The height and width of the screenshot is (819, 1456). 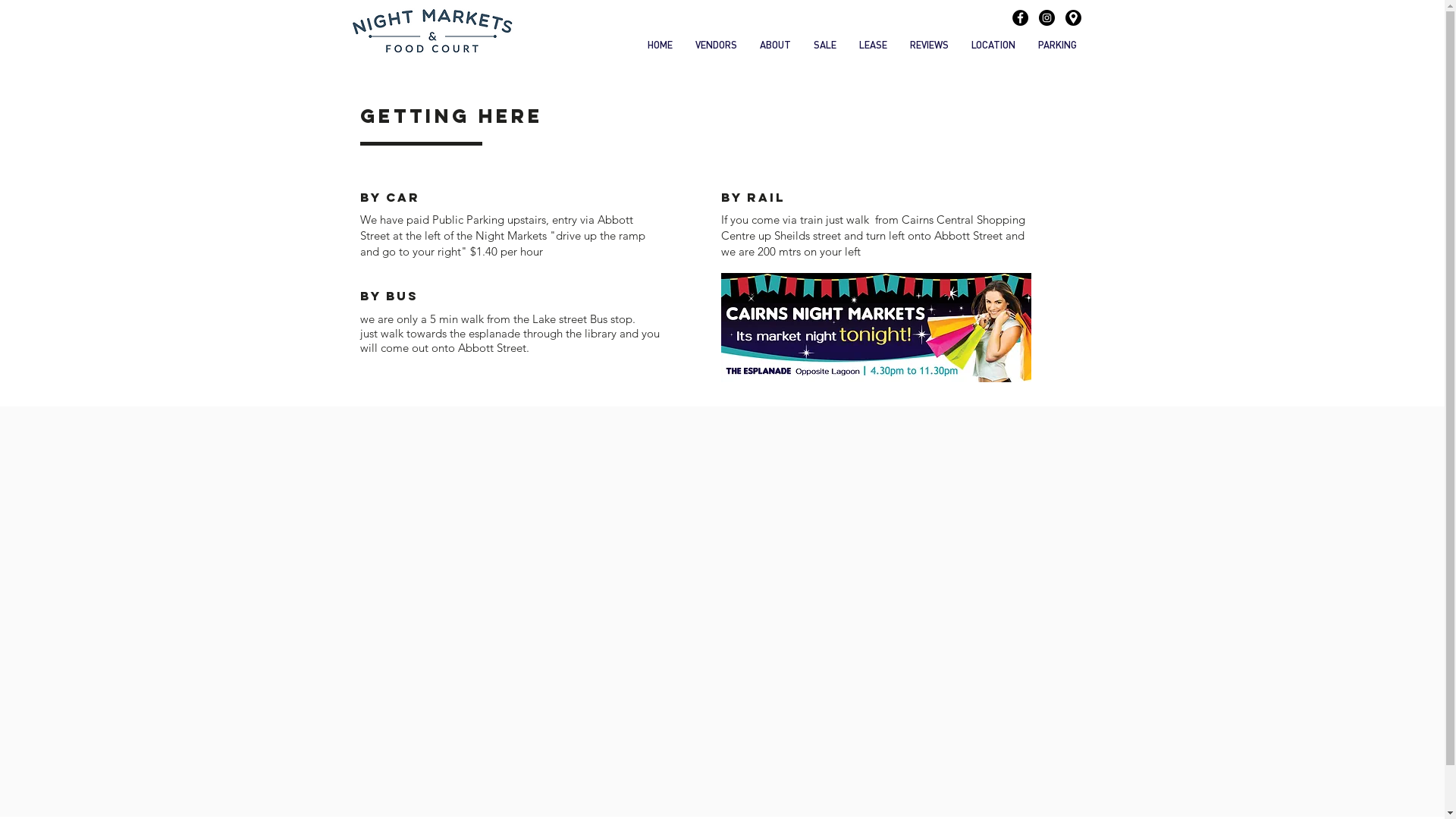 What do you see at coordinates (927, 43) in the screenshot?
I see `'REVIEWS'` at bounding box center [927, 43].